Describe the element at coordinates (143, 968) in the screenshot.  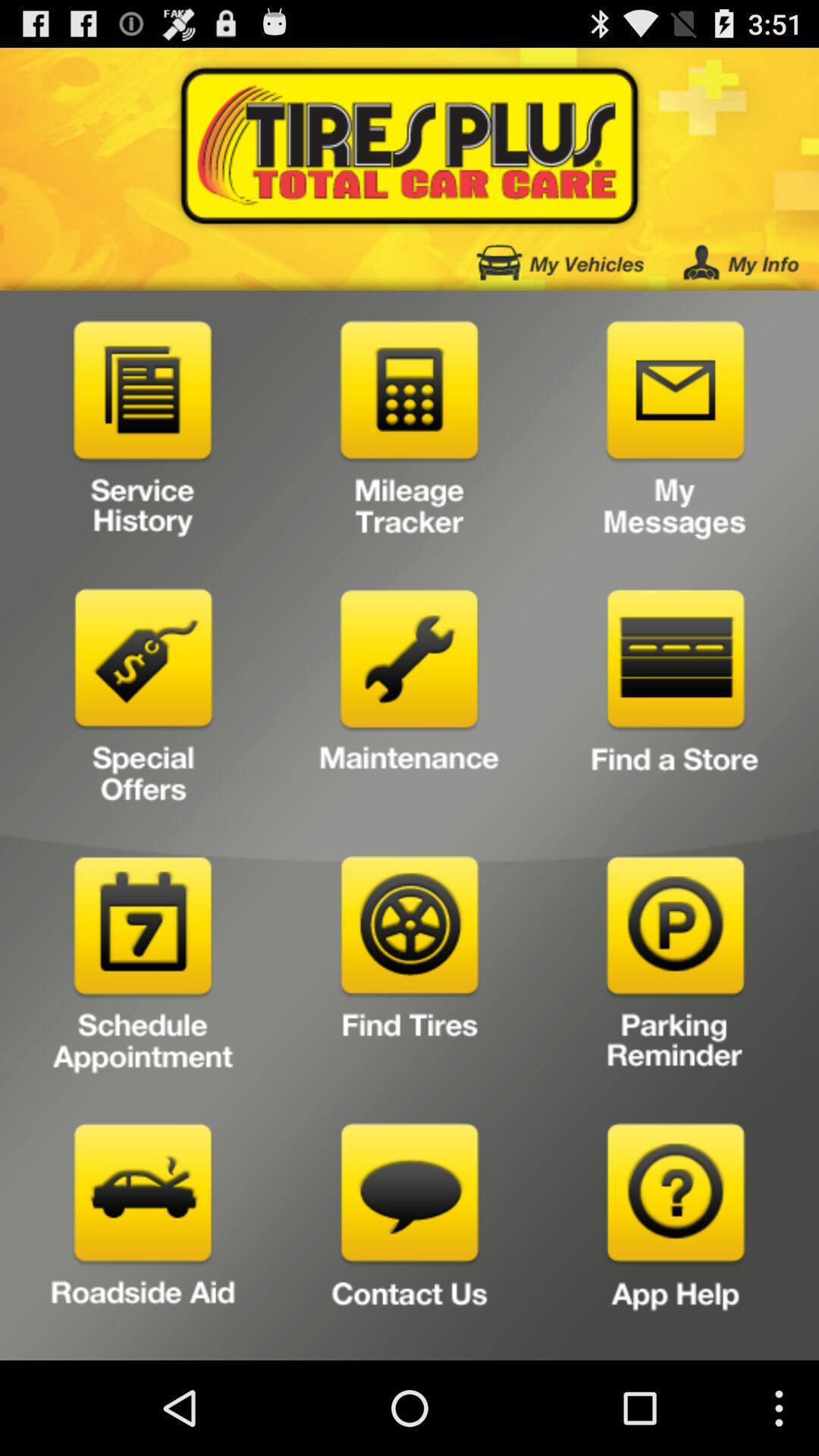
I see `to schedule appointment` at that location.